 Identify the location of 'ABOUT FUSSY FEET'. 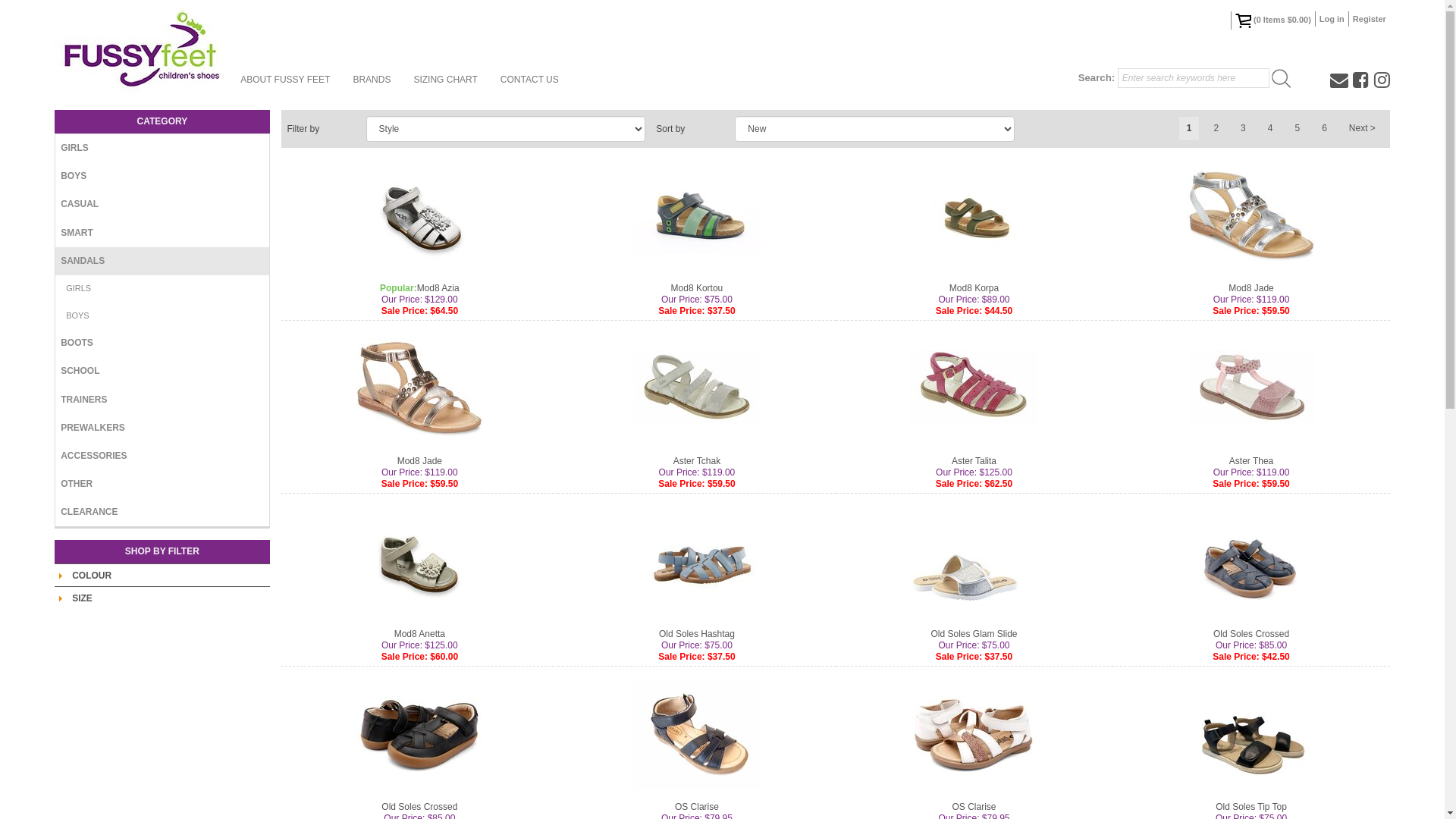
(284, 79).